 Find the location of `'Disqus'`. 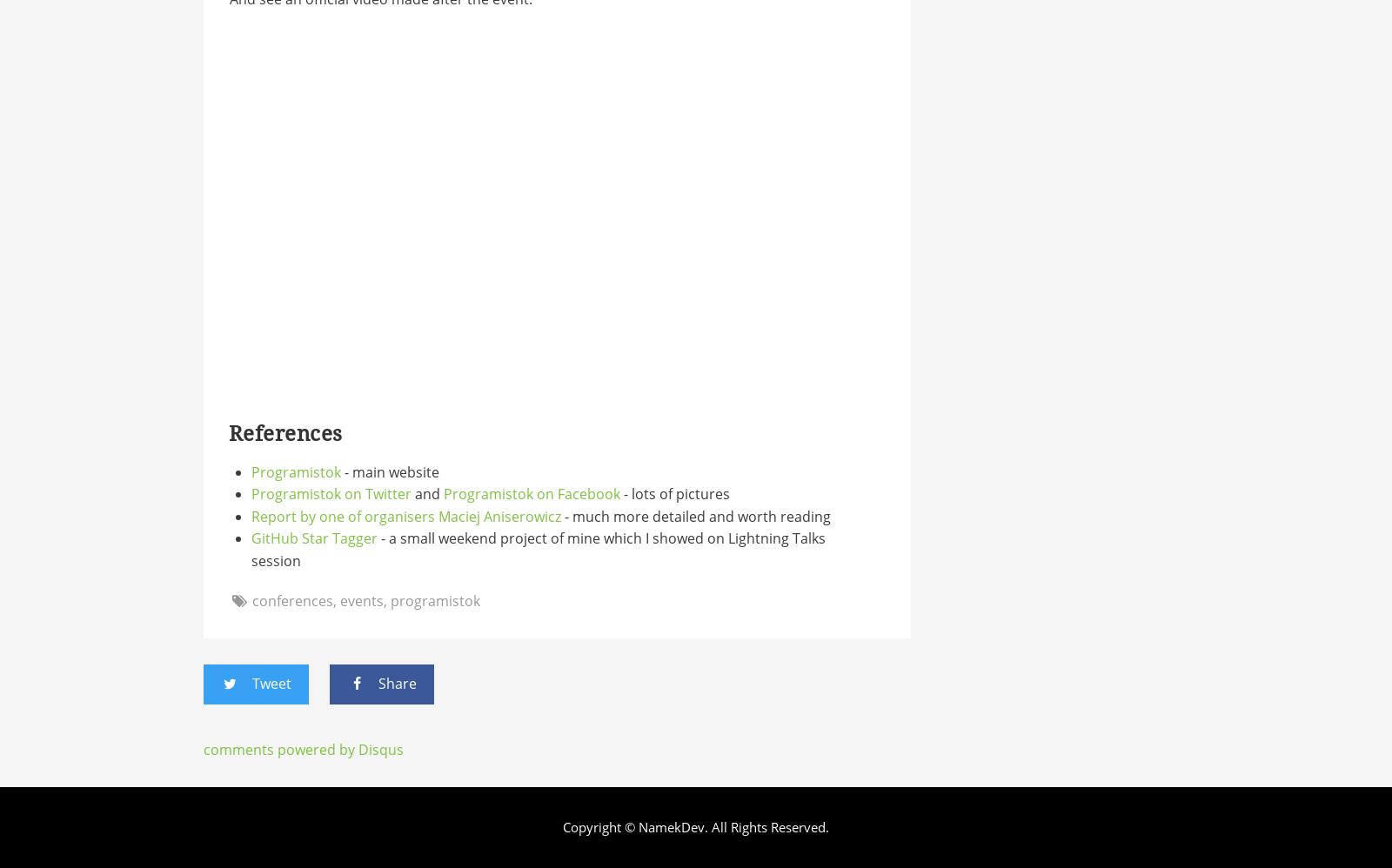

'Disqus' is located at coordinates (378, 747).